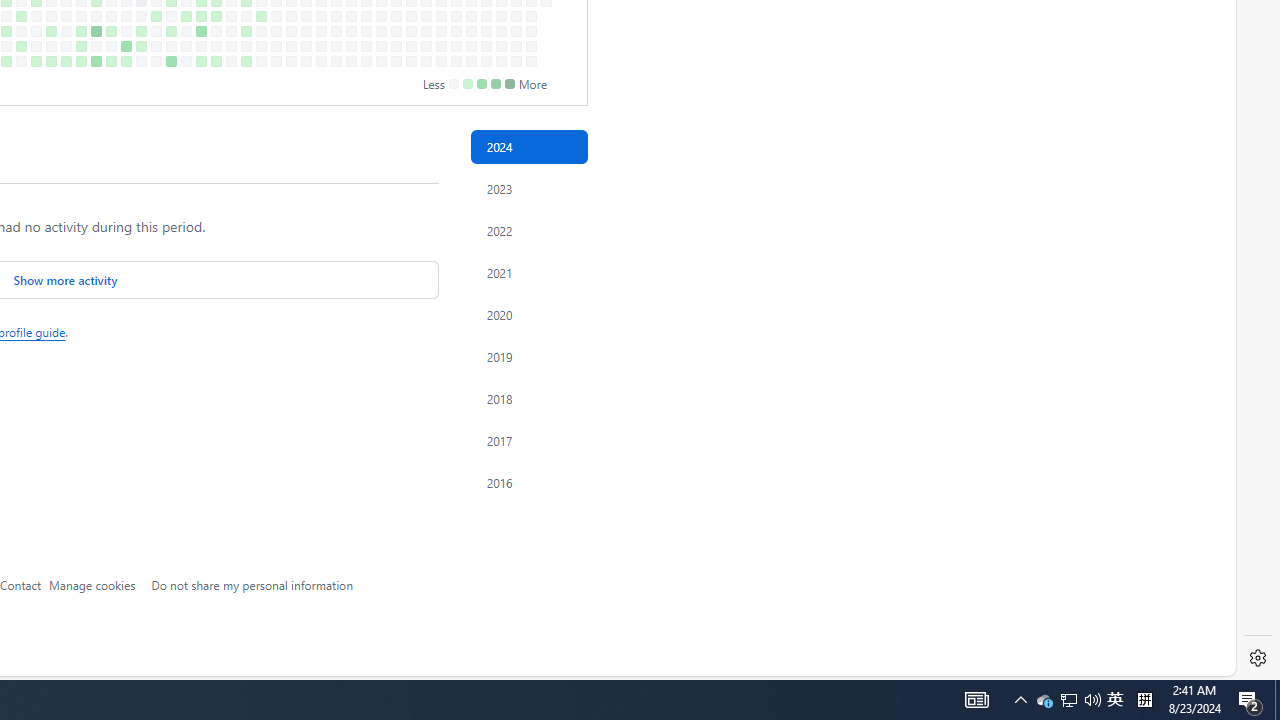 Image resolution: width=1280 pixels, height=720 pixels. Describe the element at coordinates (528, 440) in the screenshot. I see `'2017'` at that location.